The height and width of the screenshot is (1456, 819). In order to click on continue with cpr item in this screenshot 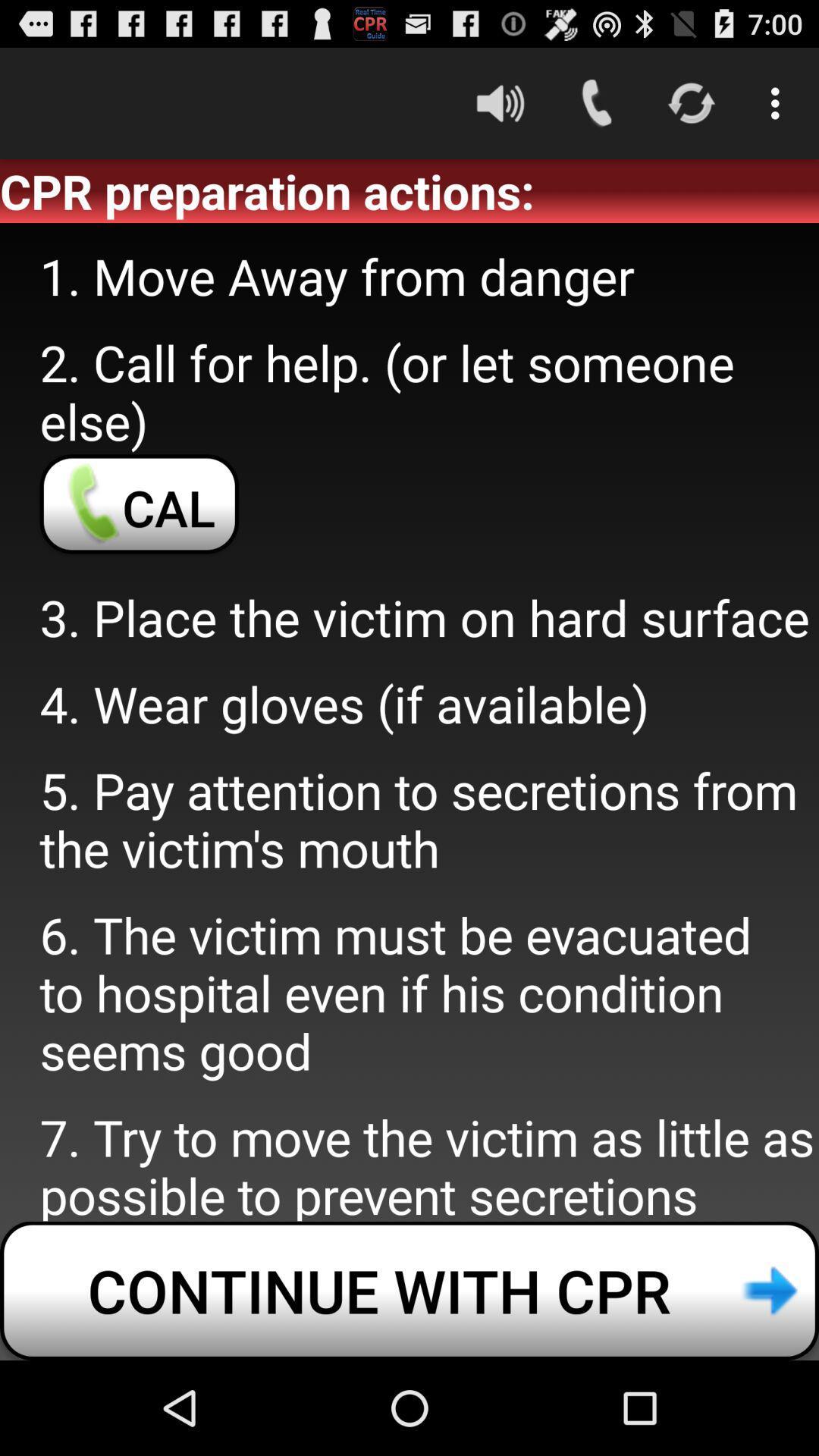, I will do `click(409, 1290)`.